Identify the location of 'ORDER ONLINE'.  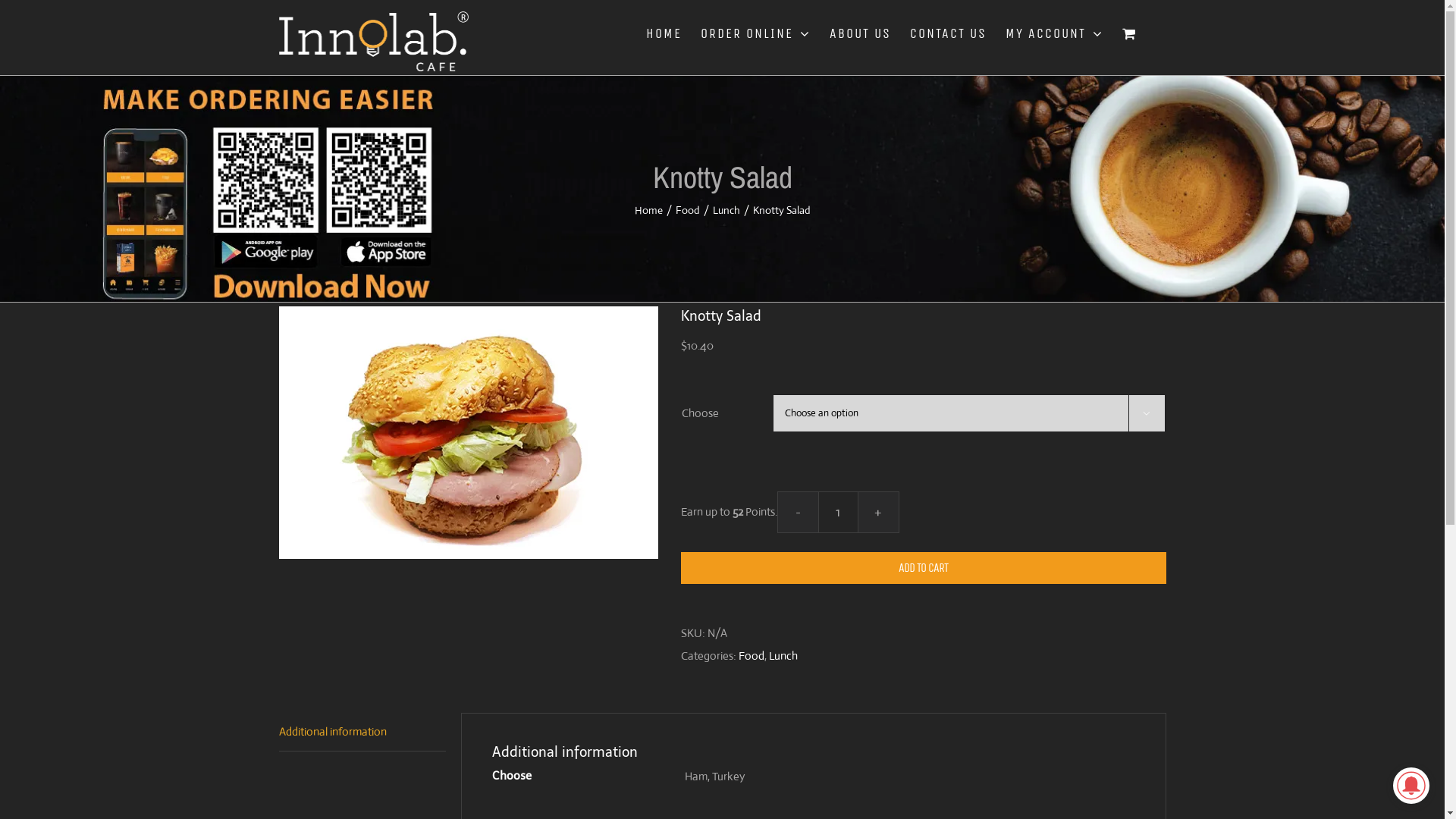
(700, 33).